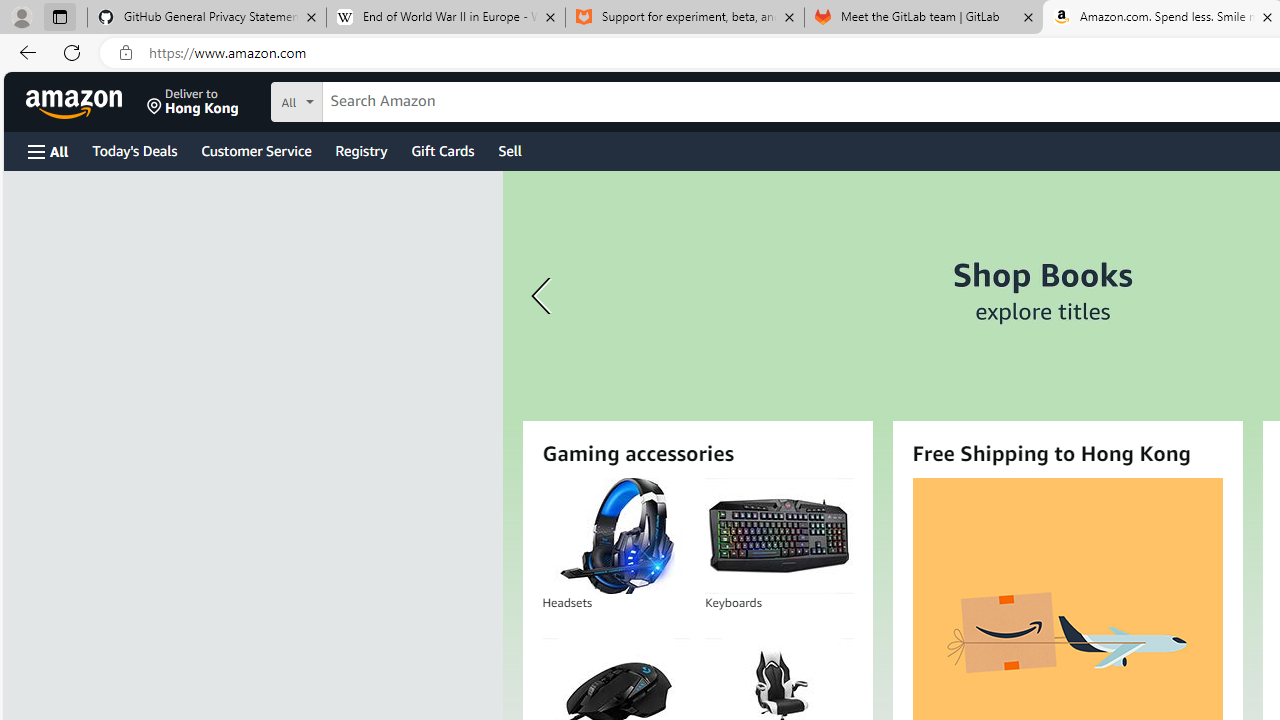 Image resolution: width=1280 pixels, height=720 pixels. I want to click on 'Headsets', so click(614, 535).